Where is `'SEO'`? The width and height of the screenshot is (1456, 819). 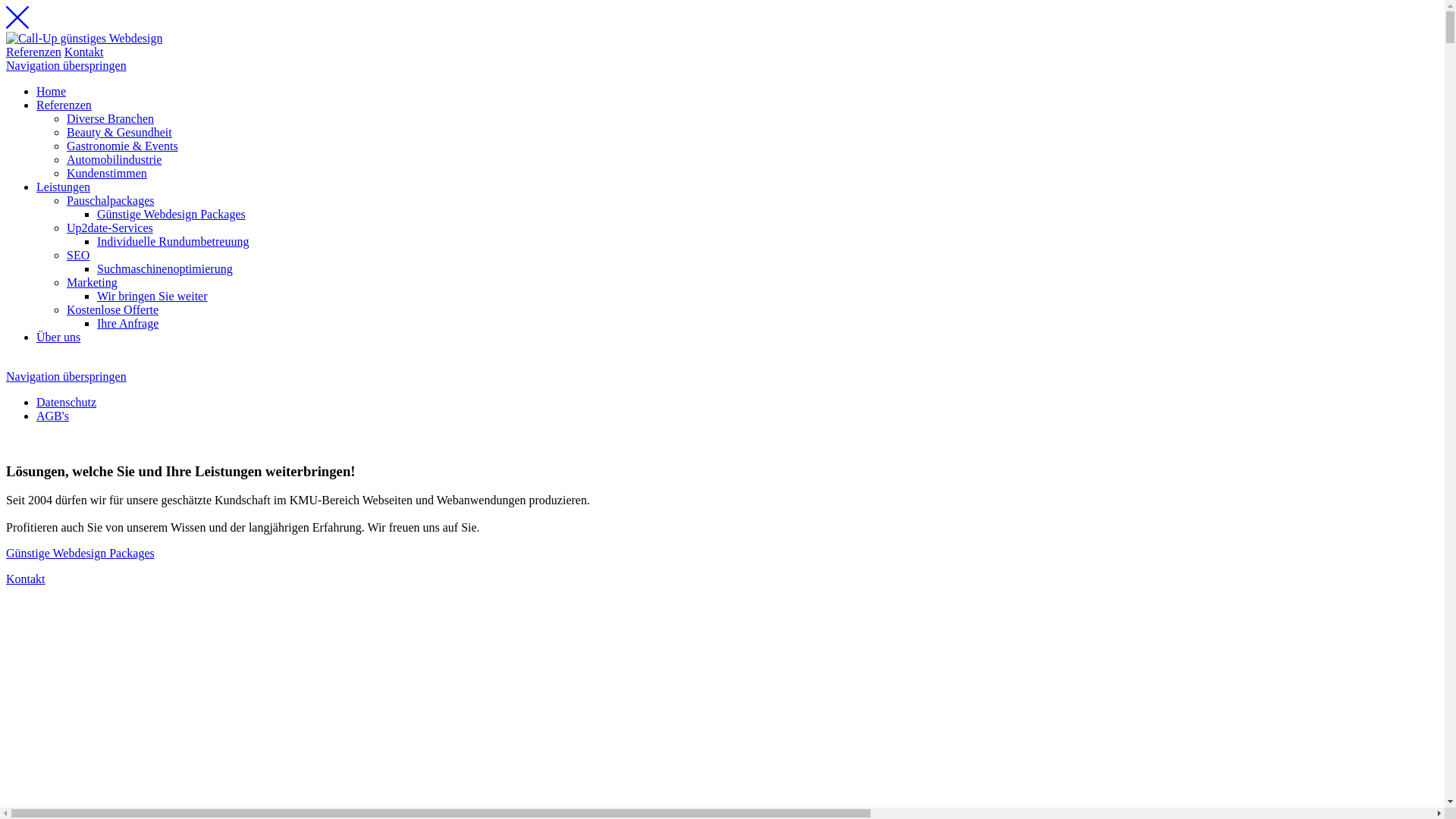 'SEO' is located at coordinates (77, 254).